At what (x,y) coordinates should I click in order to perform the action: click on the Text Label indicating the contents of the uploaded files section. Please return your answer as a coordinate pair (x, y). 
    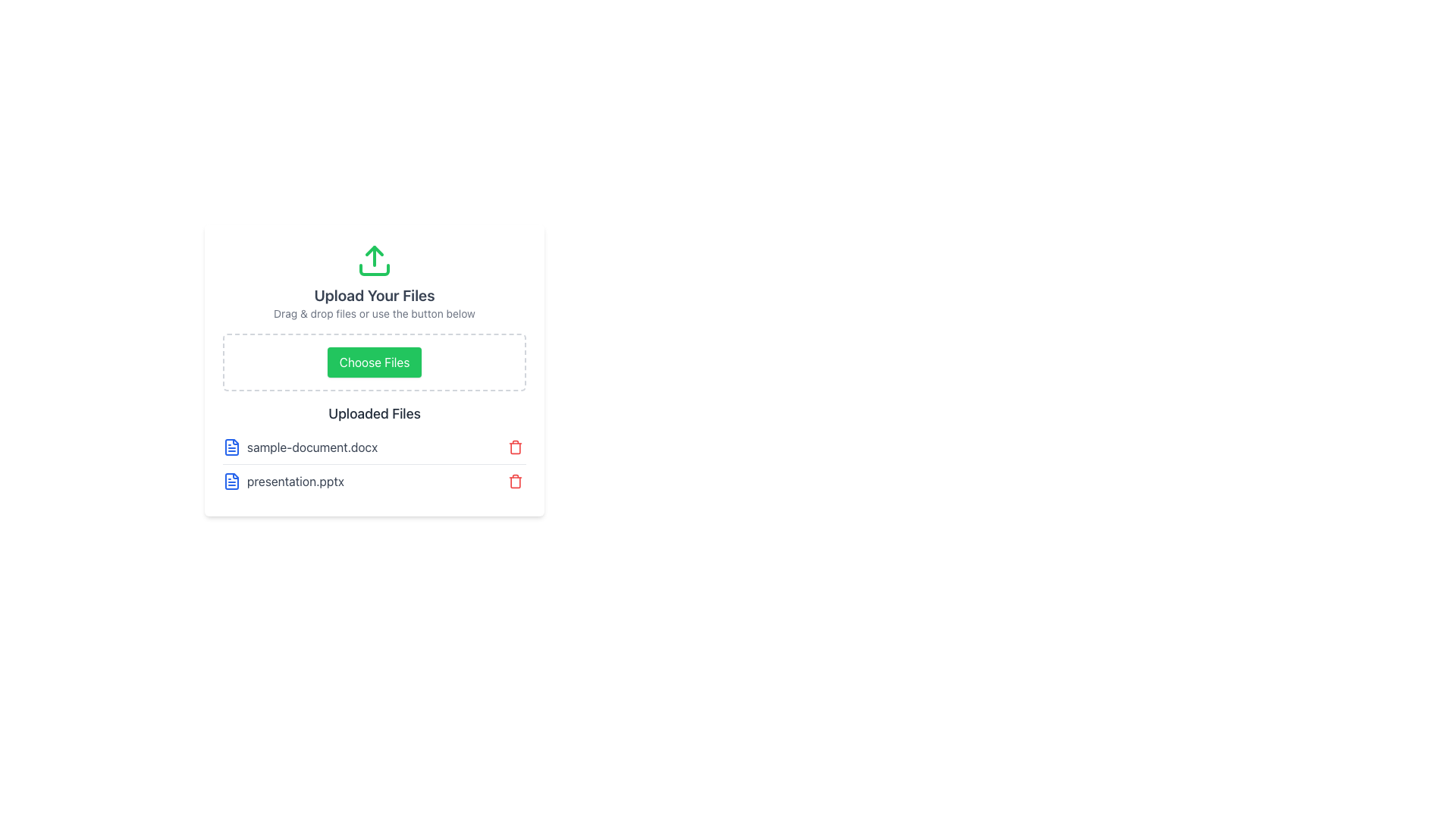
    Looking at the image, I should click on (375, 414).